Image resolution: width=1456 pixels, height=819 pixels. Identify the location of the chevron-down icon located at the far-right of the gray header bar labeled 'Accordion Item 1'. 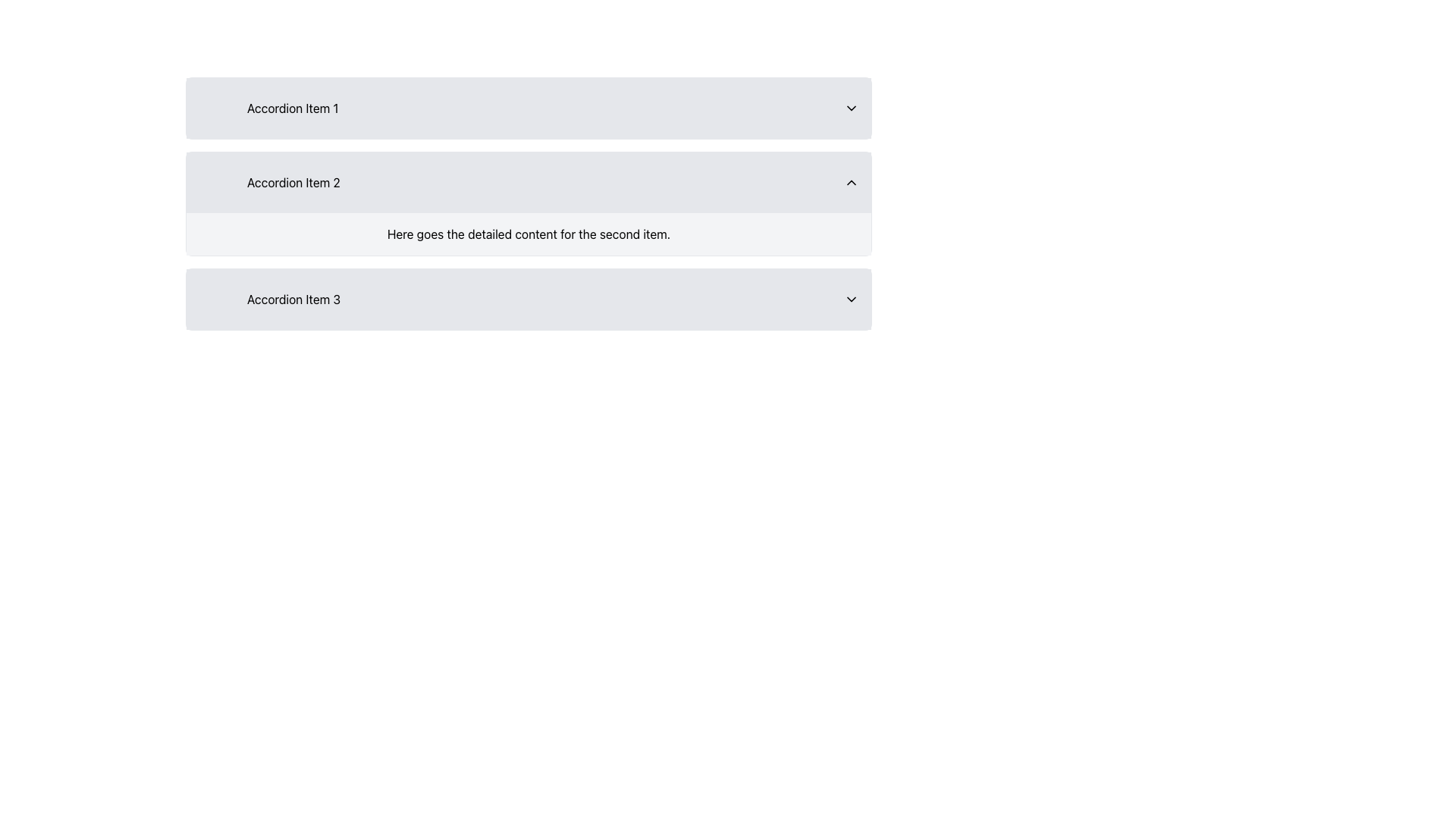
(852, 107).